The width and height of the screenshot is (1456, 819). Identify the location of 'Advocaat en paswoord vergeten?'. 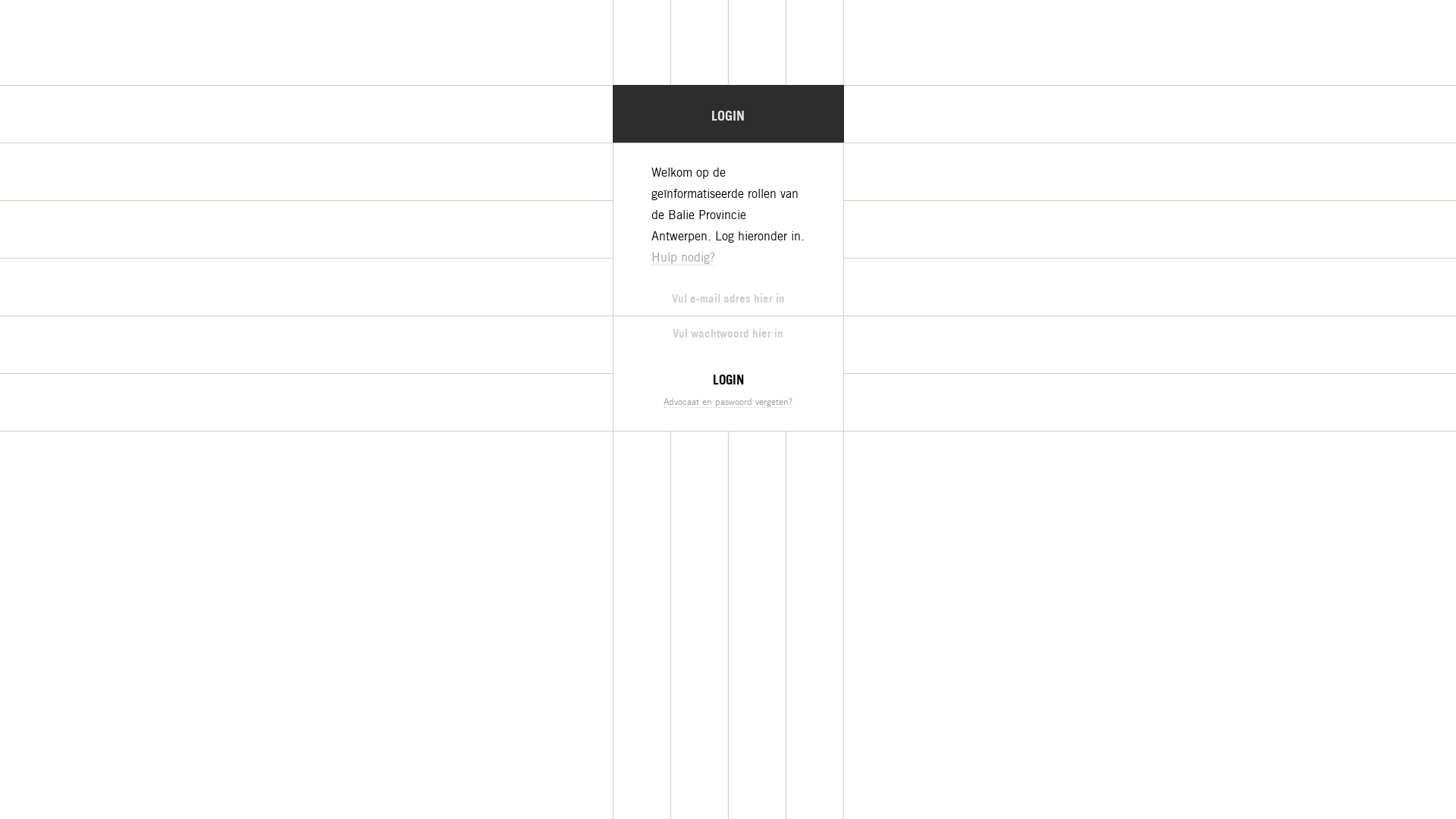
(728, 400).